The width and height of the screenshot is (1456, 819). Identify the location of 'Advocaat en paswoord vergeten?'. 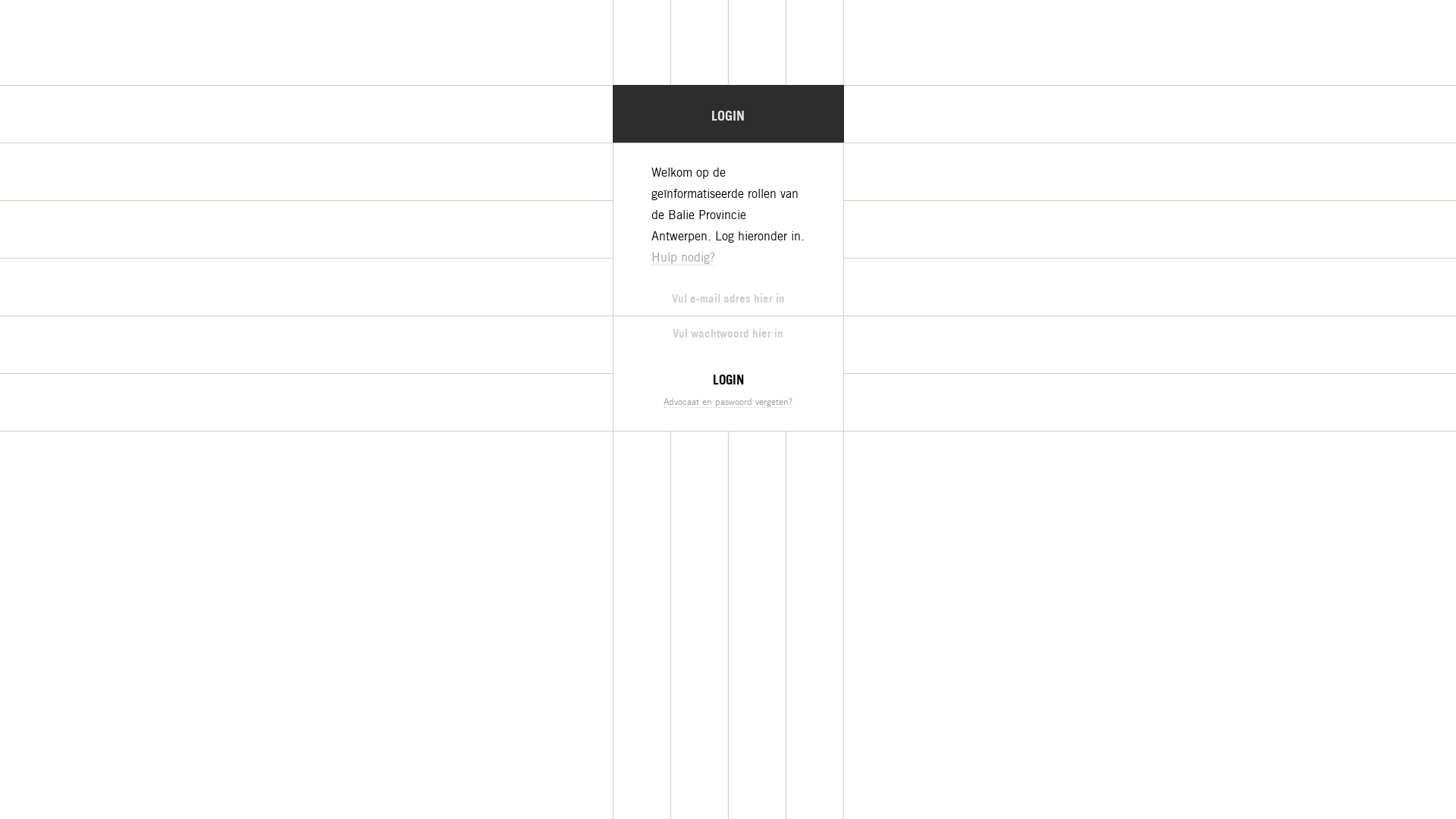
(728, 400).